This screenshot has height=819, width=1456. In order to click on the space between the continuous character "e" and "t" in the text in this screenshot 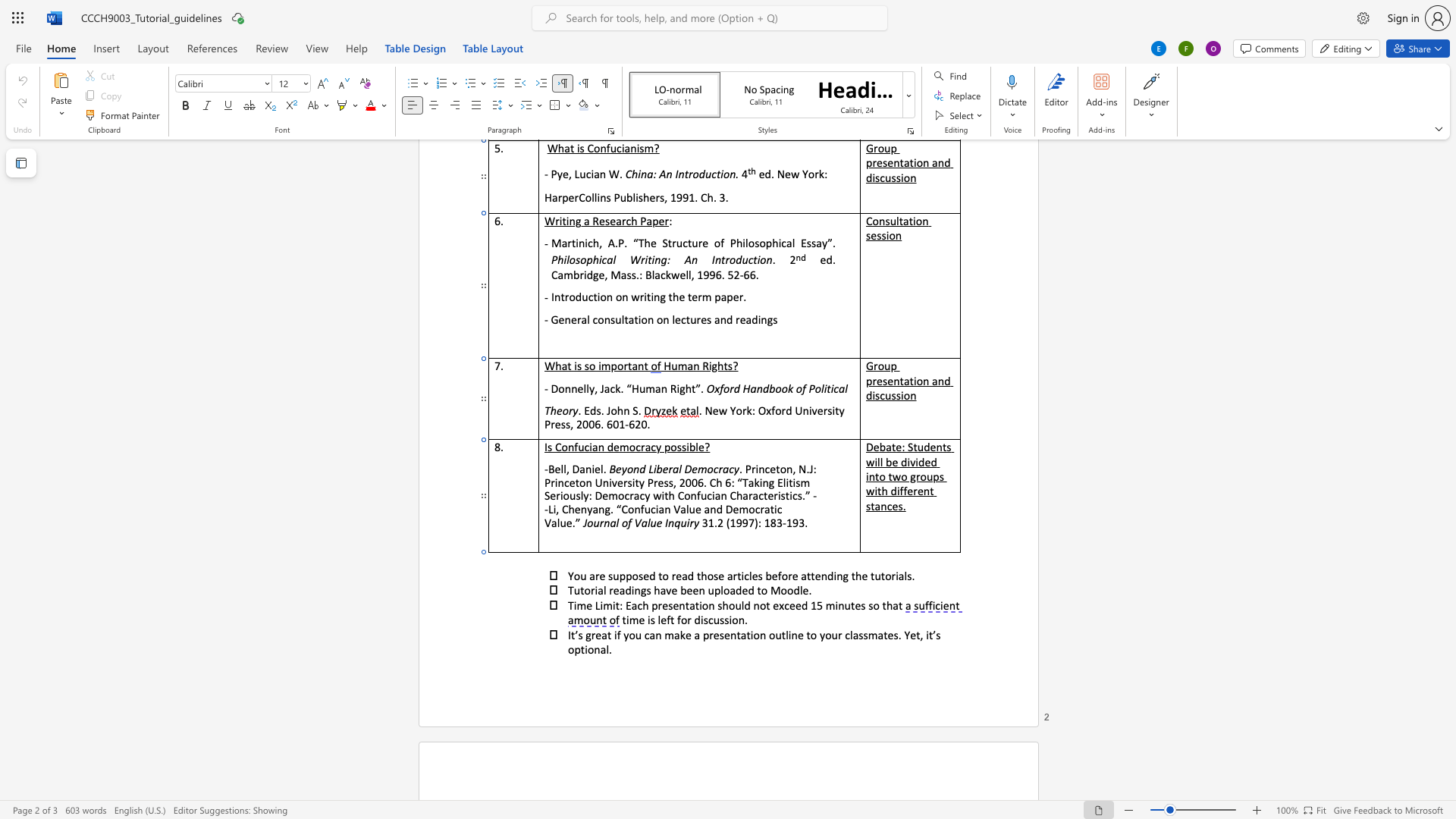, I will do `click(915, 635)`.